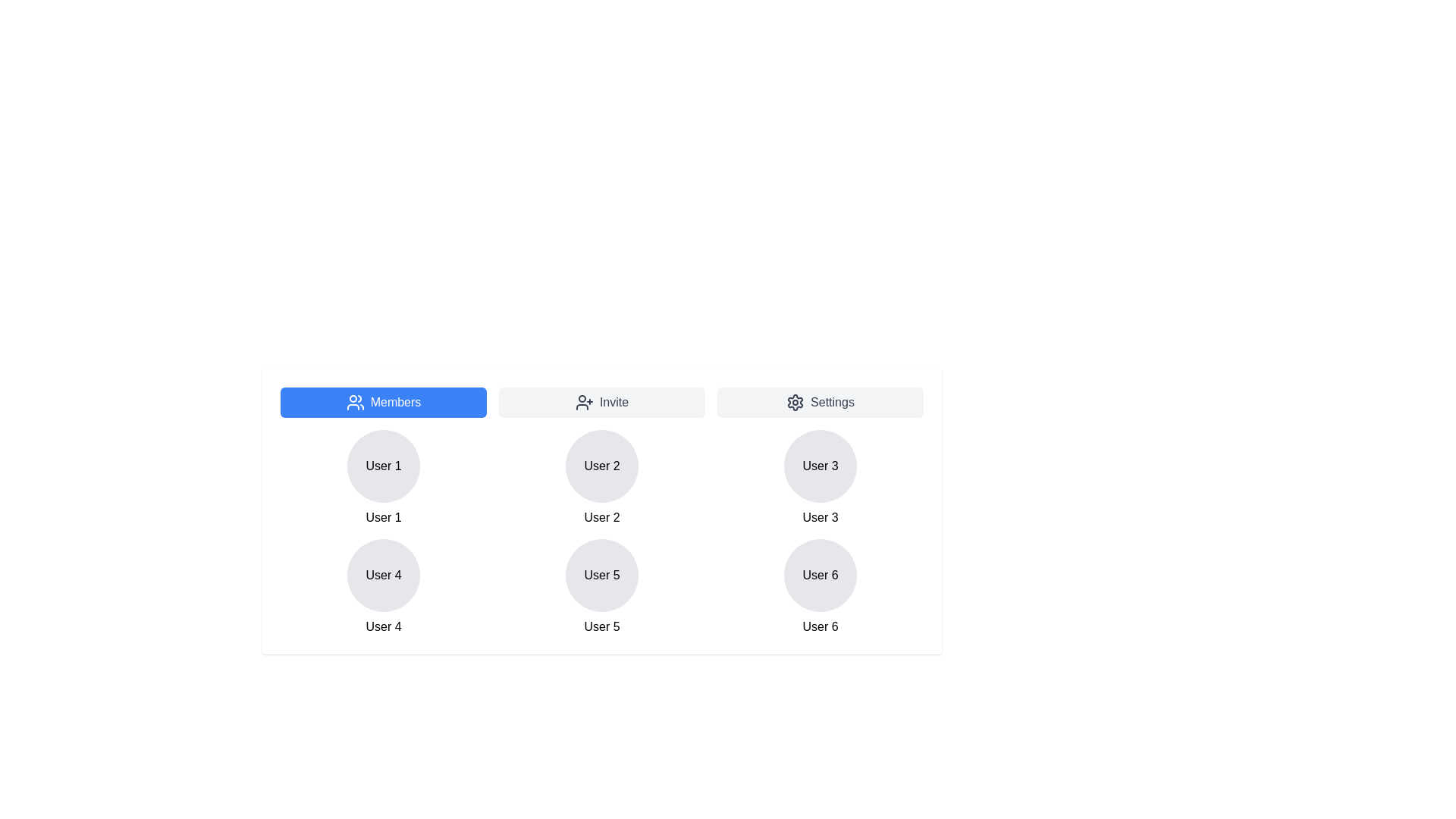 The width and height of the screenshot is (1456, 819). I want to click on the second button in the row, which is positioned between the 'Members' button and the 'Settings' button, so click(601, 402).